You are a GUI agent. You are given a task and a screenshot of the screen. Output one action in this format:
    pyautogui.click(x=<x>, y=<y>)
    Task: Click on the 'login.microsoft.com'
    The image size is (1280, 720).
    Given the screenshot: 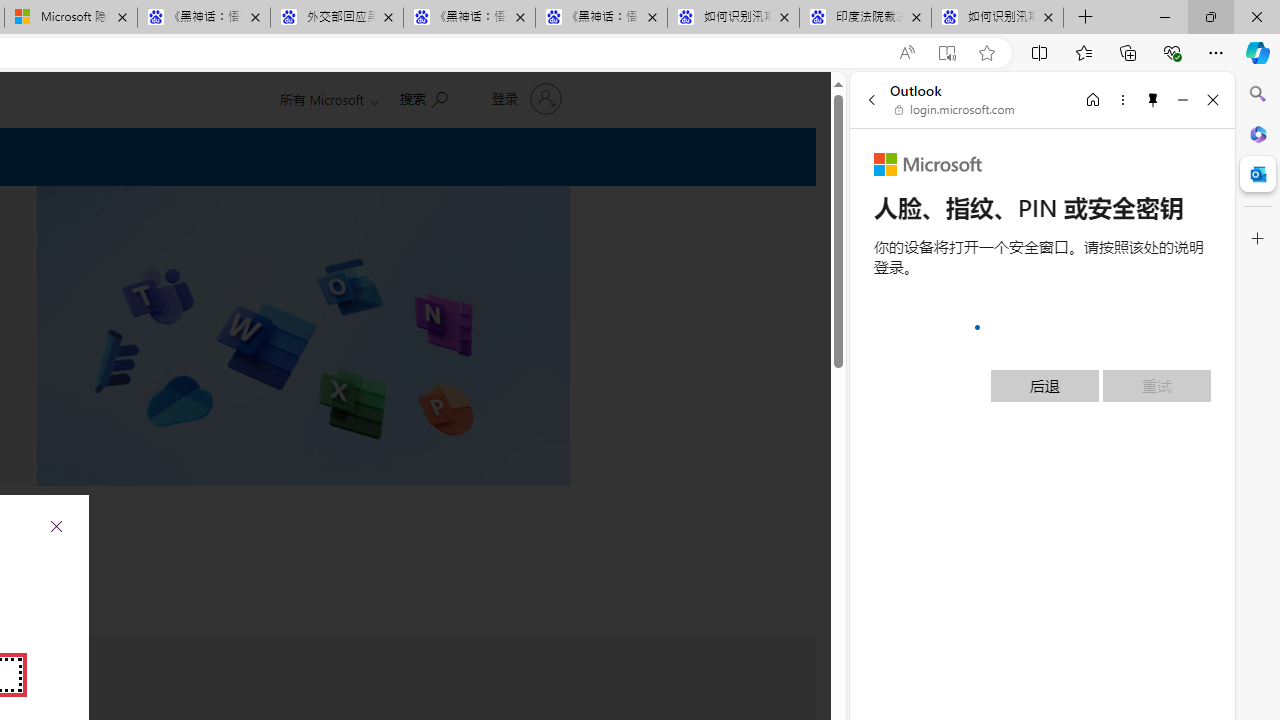 What is the action you would take?
    pyautogui.click(x=954, y=110)
    